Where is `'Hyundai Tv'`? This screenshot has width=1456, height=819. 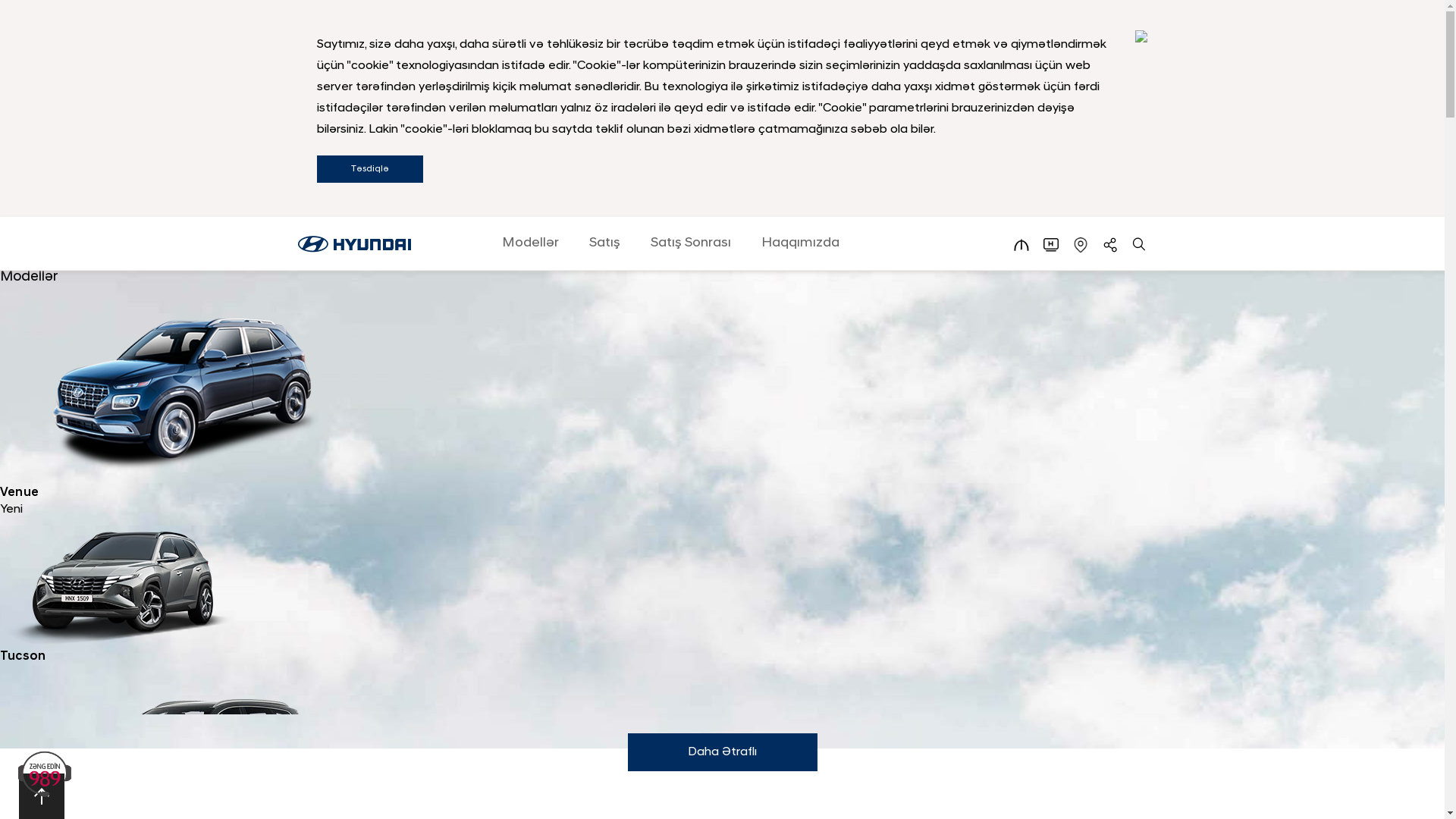
'Hyundai Tv' is located at coordinates (1050, 244).